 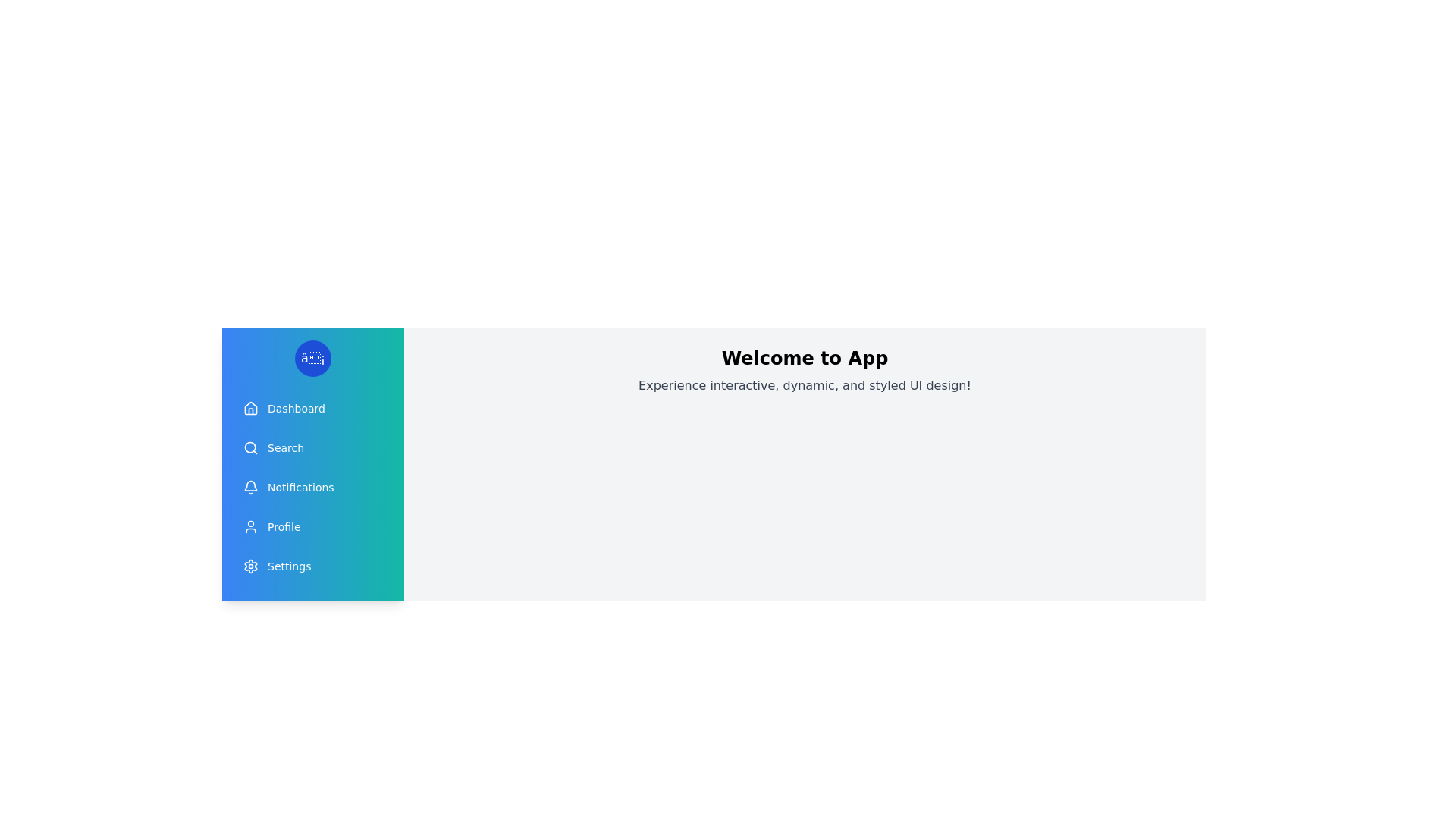 I want to click on the menu item Dashboard to observe its hover effect, so click(x=312, y=408).